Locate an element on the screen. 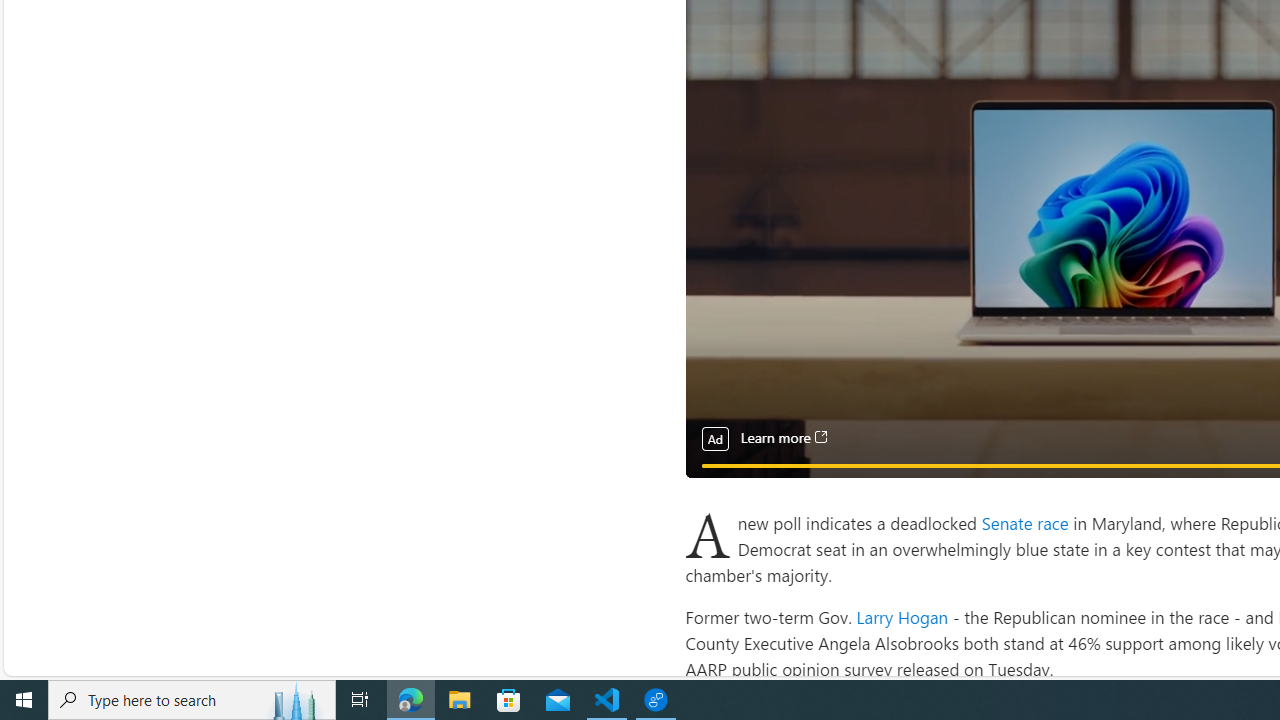 This screenshot has height=720, width=1280. 'Learn more' is located at coordinates (782, 437).